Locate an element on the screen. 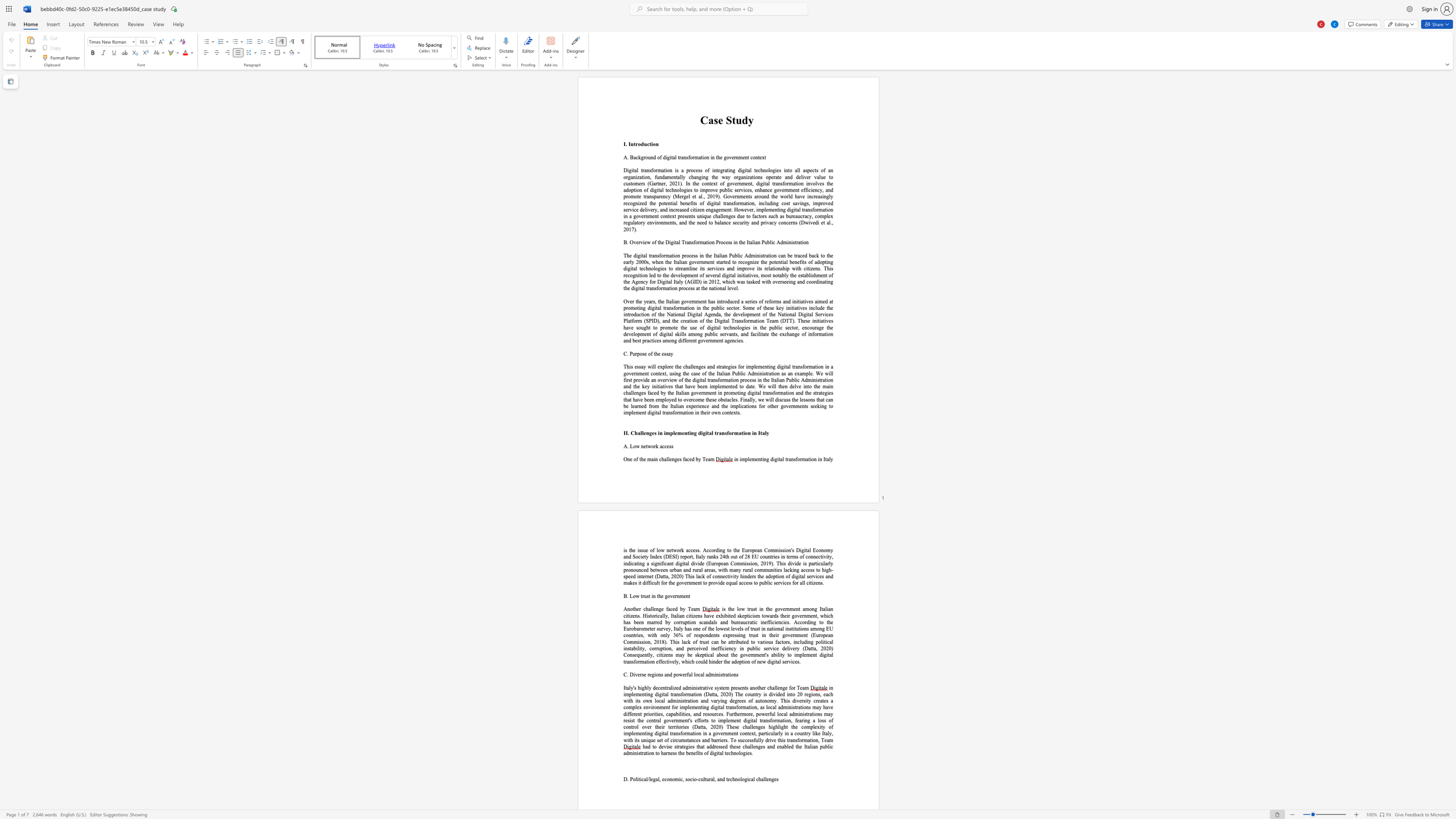 Image resolution: width=1456 pixels, height=819 pixels. the 2th character "t" in the text is located at coordinates (742, 641).